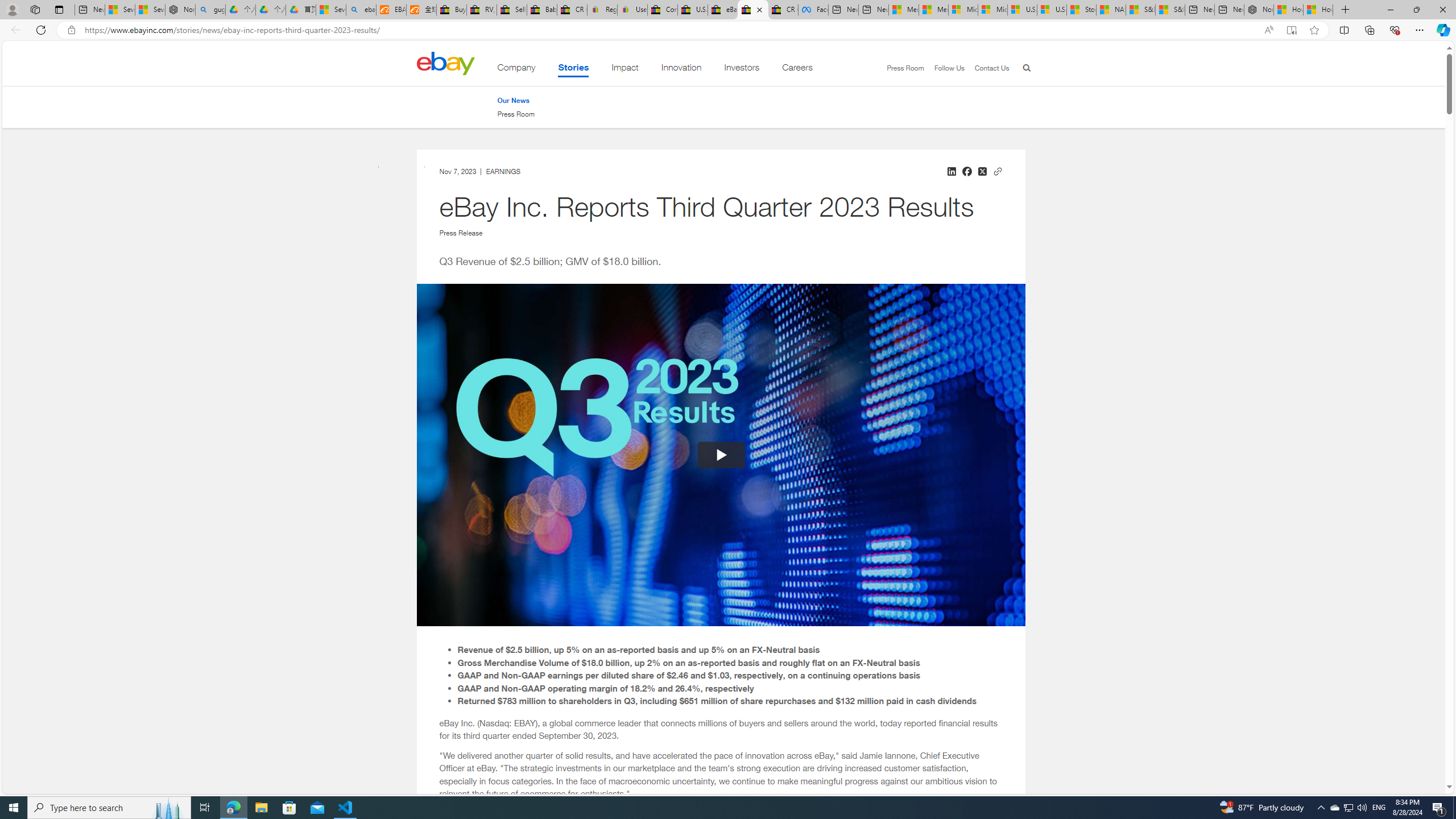 The width and height of the screenshot is (1456, 819). I want to click on 'Register: Create a personal eBay account', so click(601, 9).